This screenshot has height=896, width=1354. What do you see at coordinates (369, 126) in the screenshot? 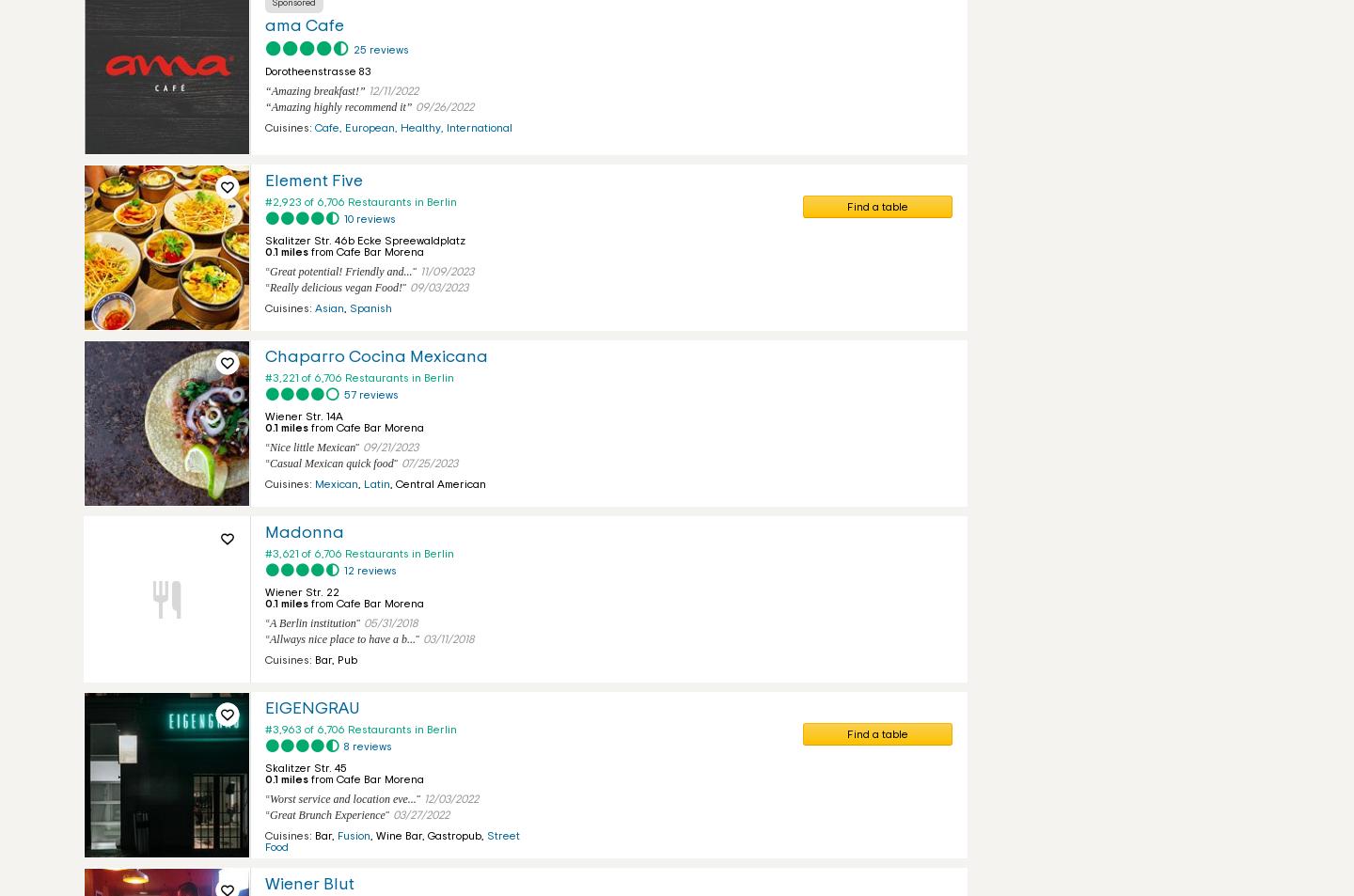
I see `'European'` at bounding box center [369, 126].